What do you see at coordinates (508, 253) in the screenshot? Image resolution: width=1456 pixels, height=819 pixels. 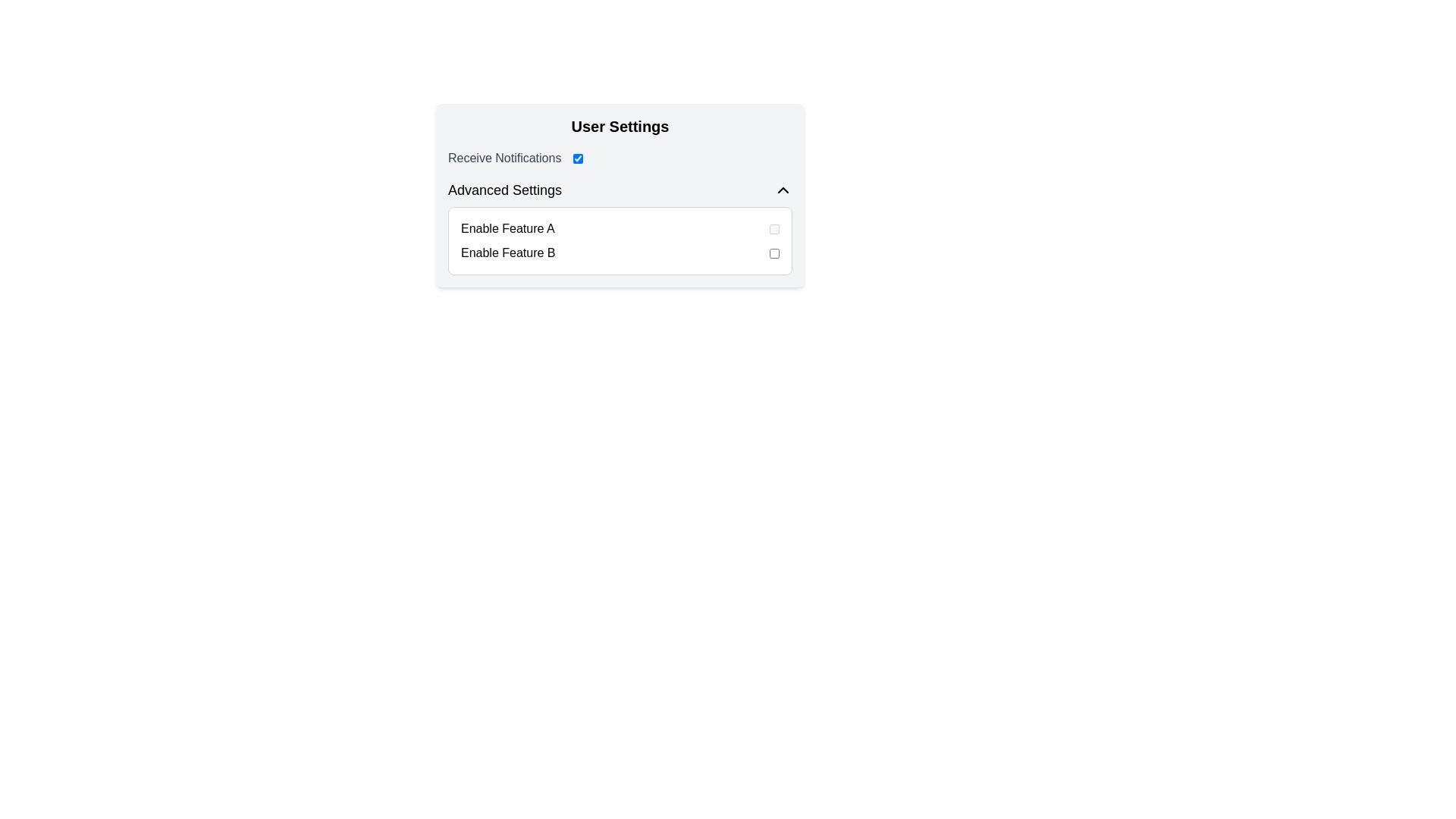 I see `text label that displays 'Enable Feature B', located beneath 'Enable Feature A' in the 'Advanced Settings' section of the User Settings interface` at bounding box center [508, 253].